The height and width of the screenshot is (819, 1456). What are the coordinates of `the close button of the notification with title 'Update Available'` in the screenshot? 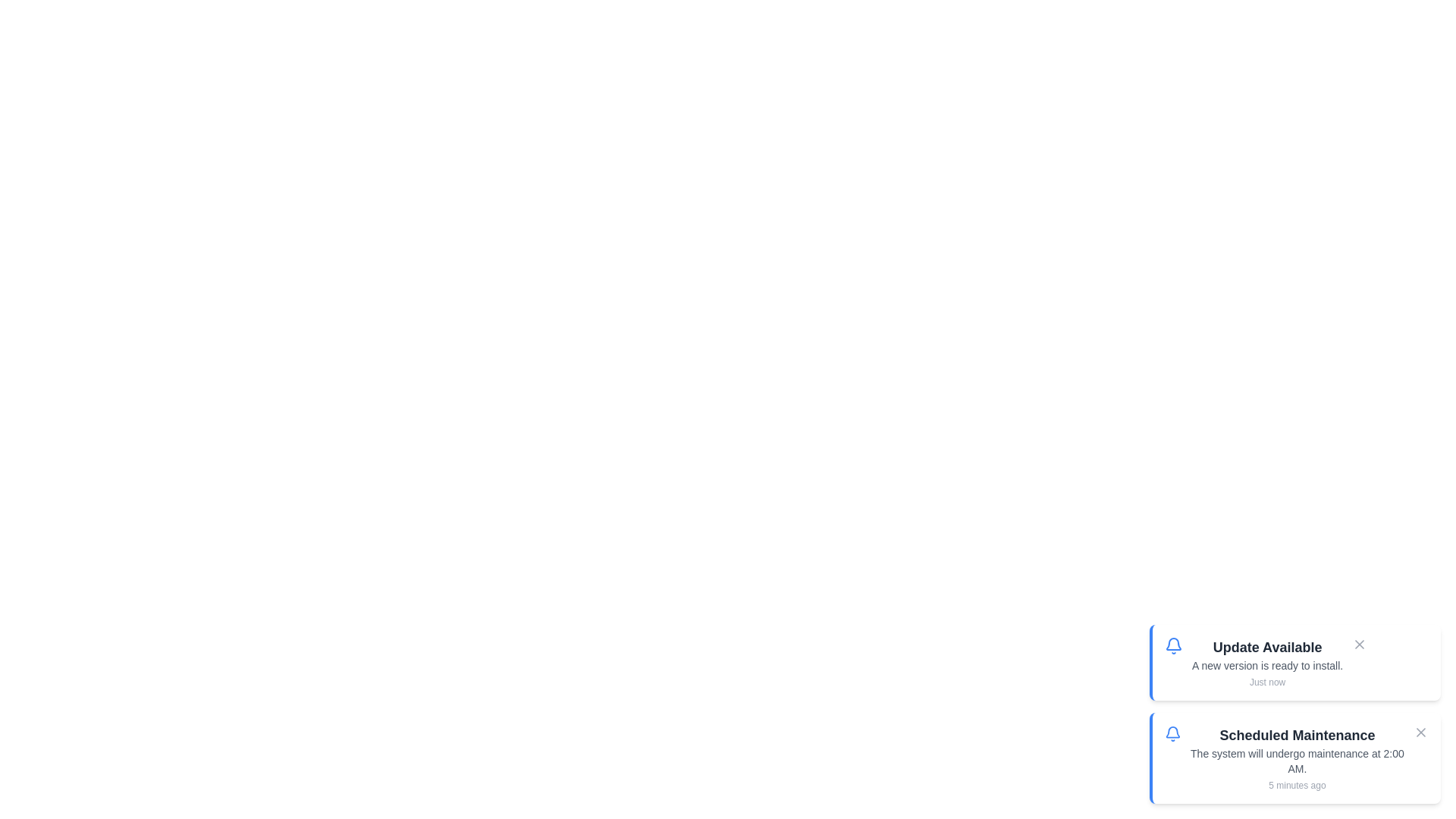 It's located at (1360, 644).